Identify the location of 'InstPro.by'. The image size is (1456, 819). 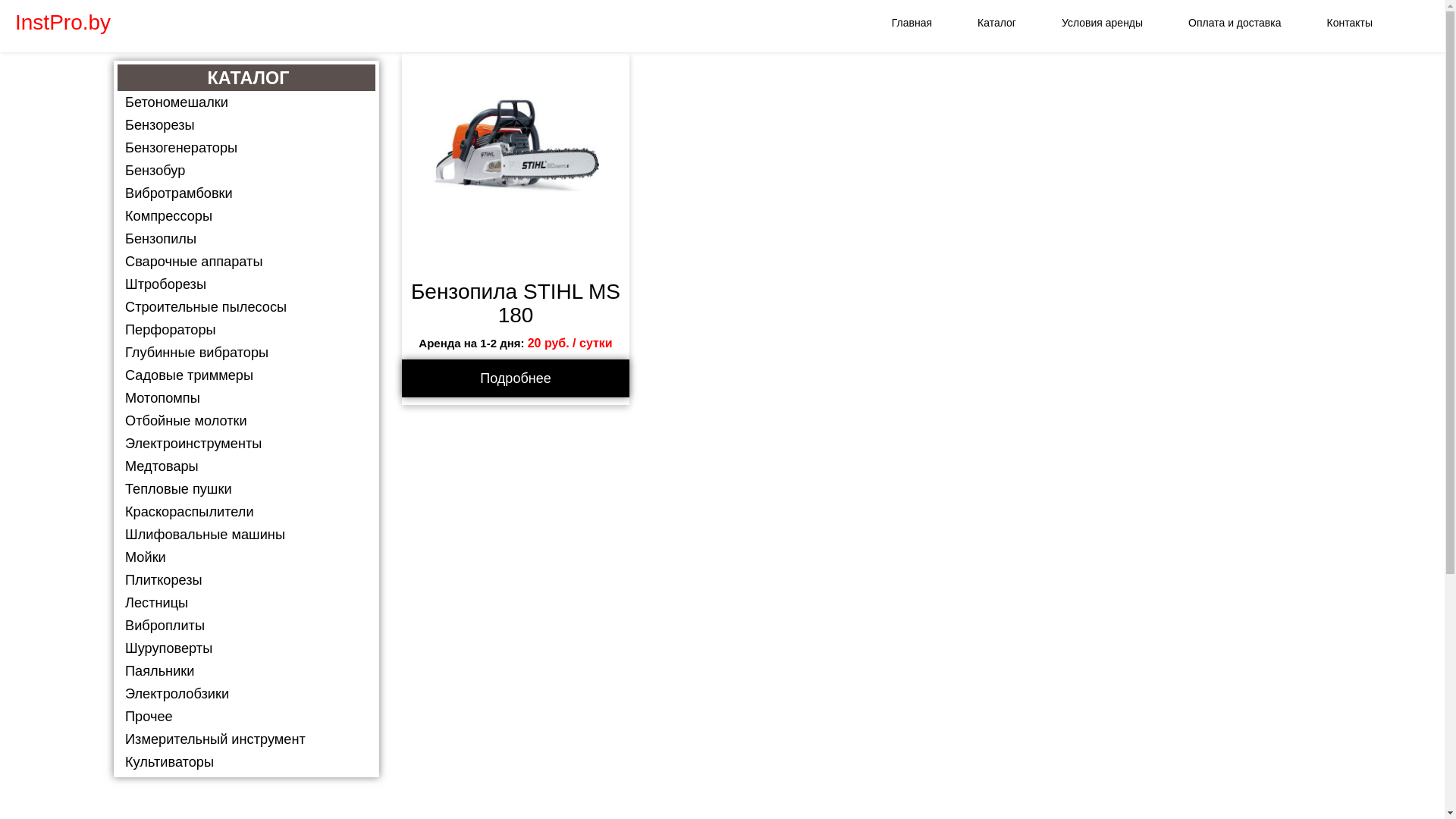
(61, 23).